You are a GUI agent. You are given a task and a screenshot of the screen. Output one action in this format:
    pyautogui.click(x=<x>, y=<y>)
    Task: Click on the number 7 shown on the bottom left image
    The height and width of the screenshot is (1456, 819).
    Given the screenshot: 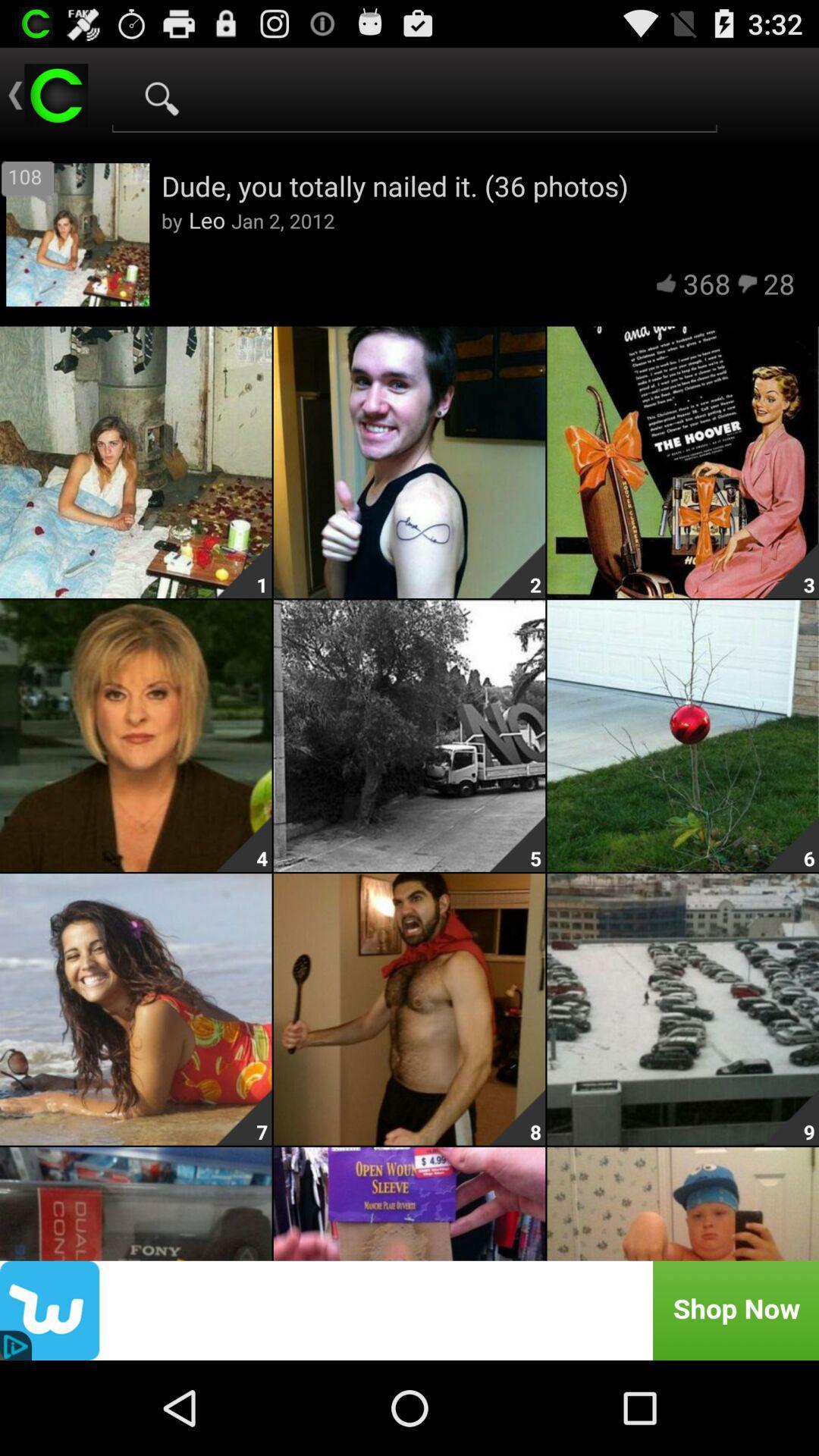 What is the action you would take?
    pyautogui.click(x=243, y=1117)
    